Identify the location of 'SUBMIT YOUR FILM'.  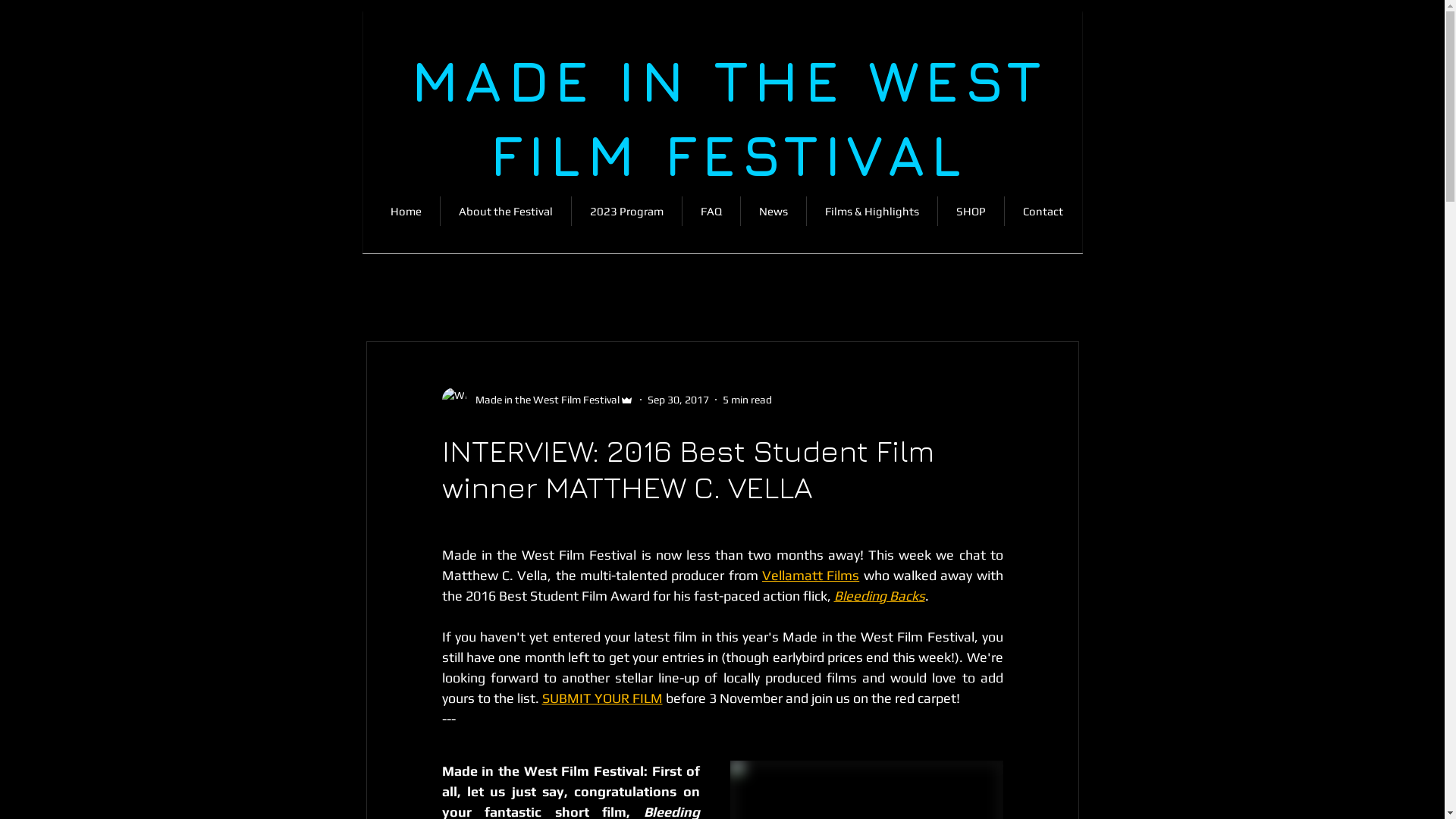
(601, 698).